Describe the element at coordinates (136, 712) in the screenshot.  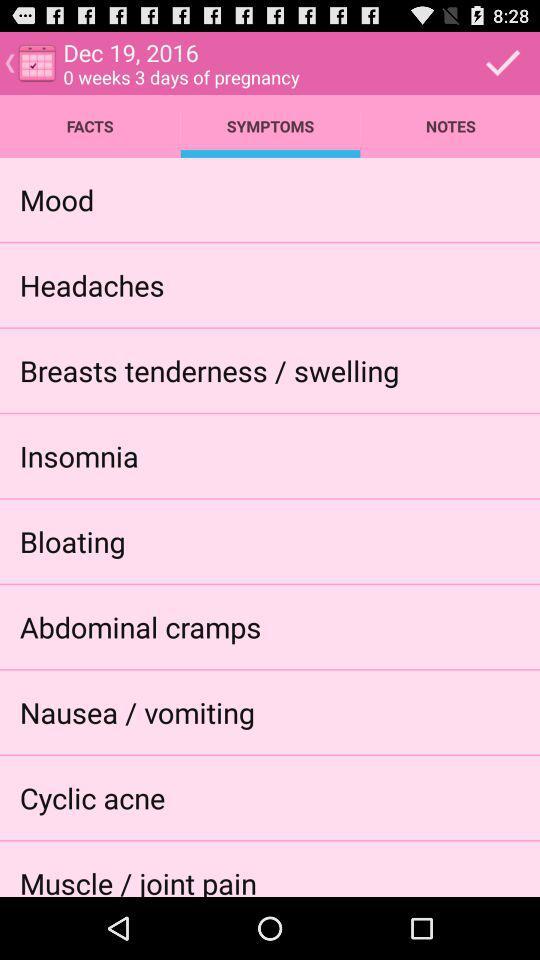
I see `the nausea / vomiting icon` at that location.